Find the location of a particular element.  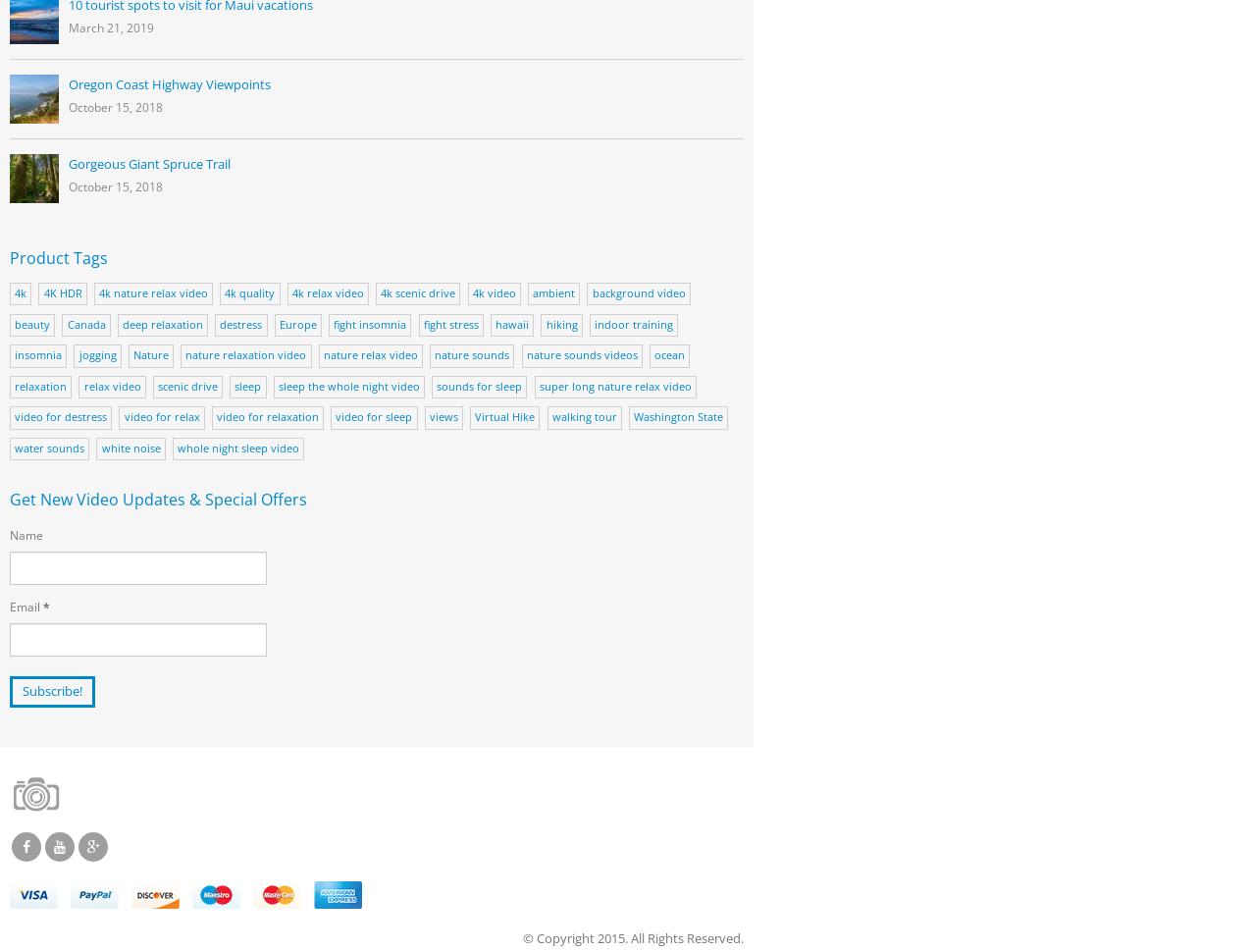

'whole night sleep video' is located at coordinates (176, 446).